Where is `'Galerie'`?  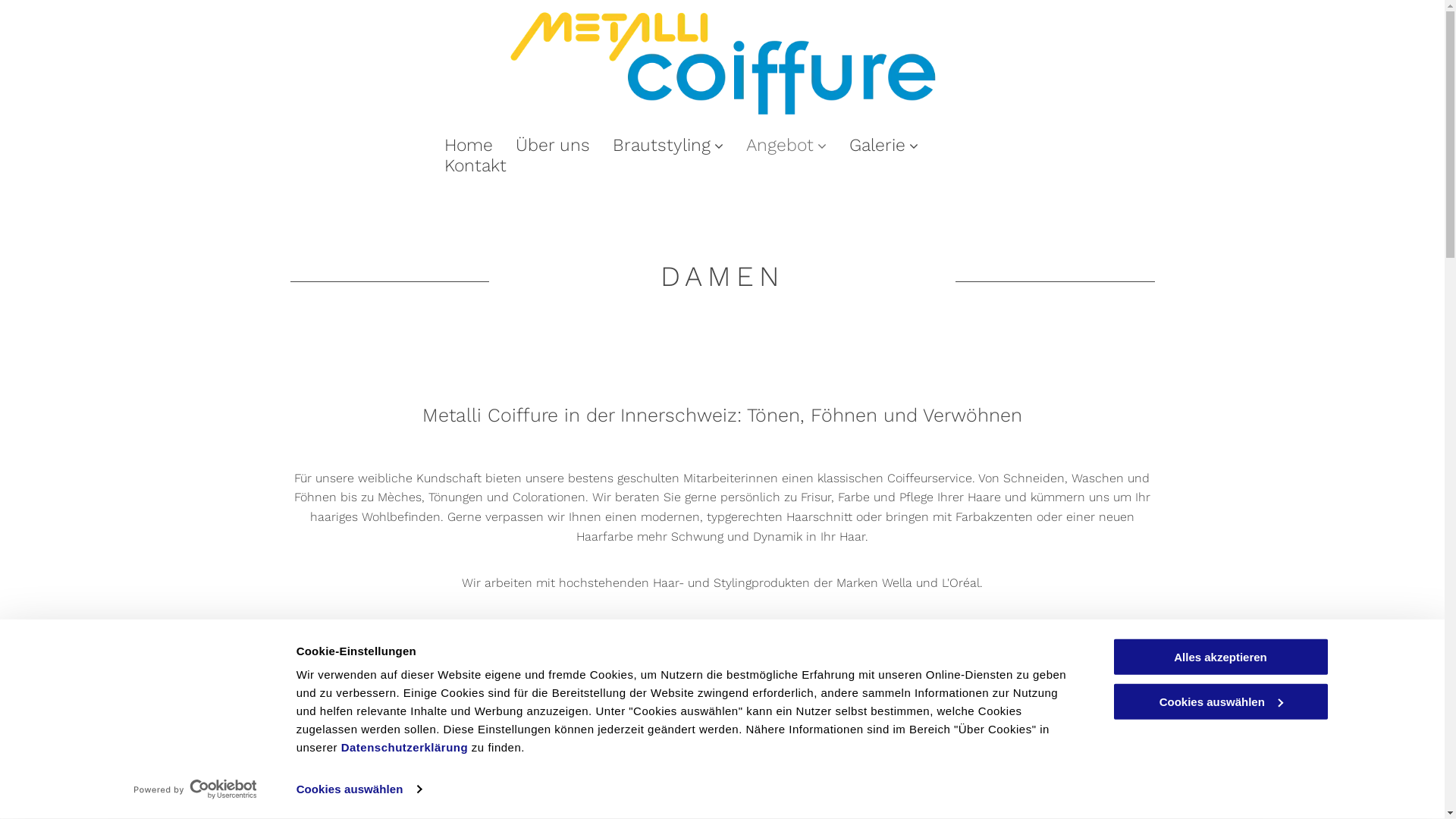 'Galerie' is located at coordinates (883, 145).